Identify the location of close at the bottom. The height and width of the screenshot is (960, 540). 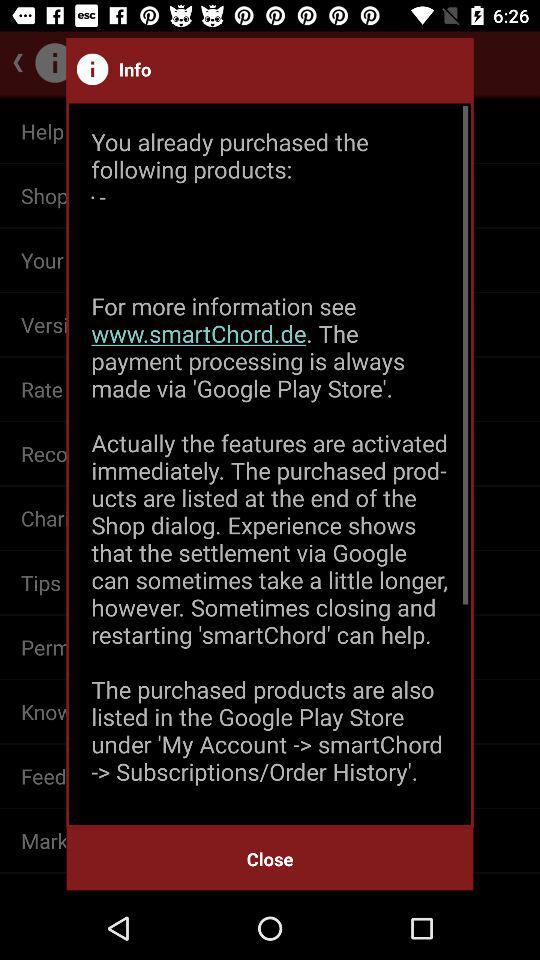
(270, 858).